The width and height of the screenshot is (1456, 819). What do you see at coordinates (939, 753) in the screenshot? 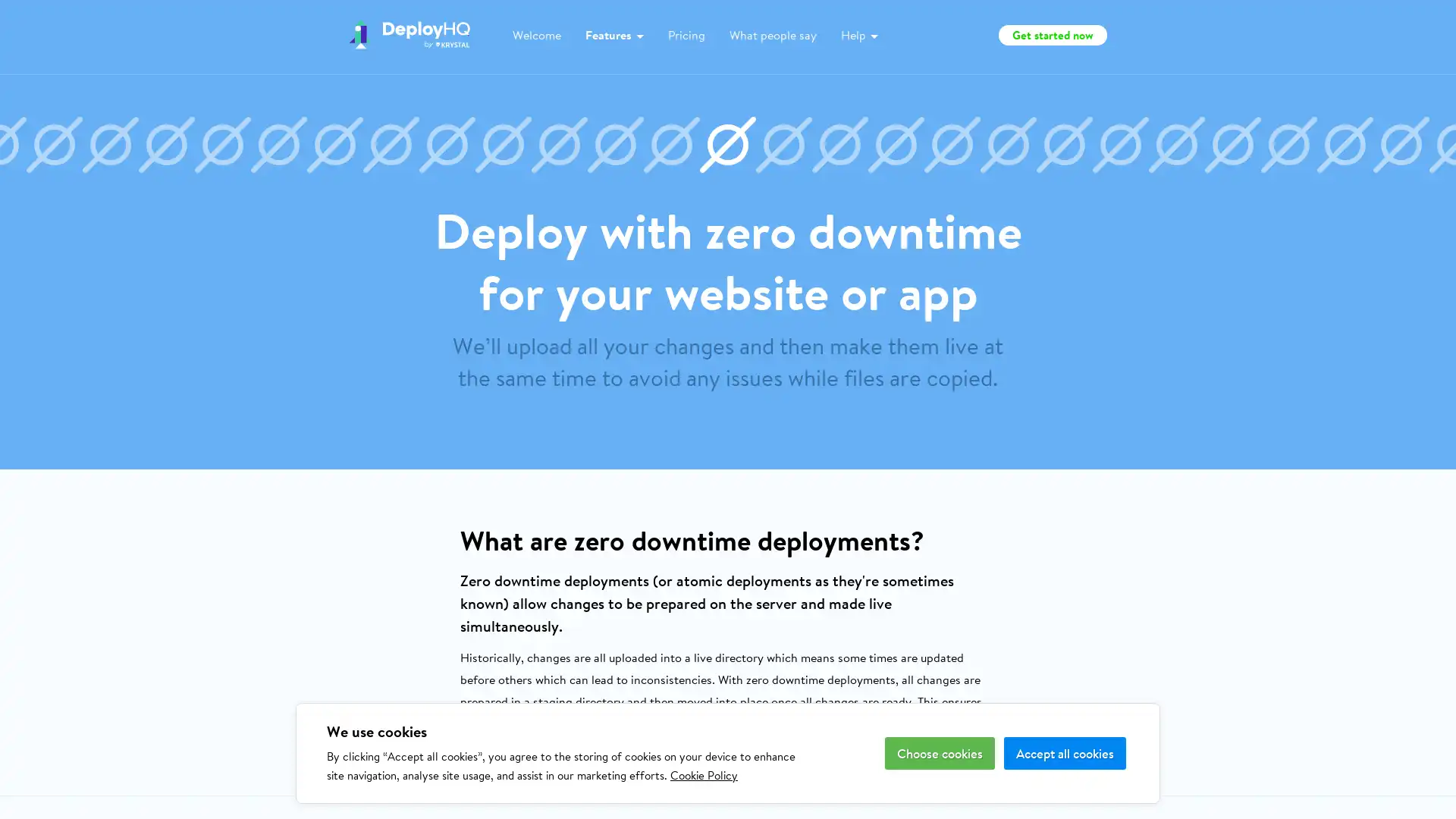
I see `Choose cookies` at bounding box center [939, 753].